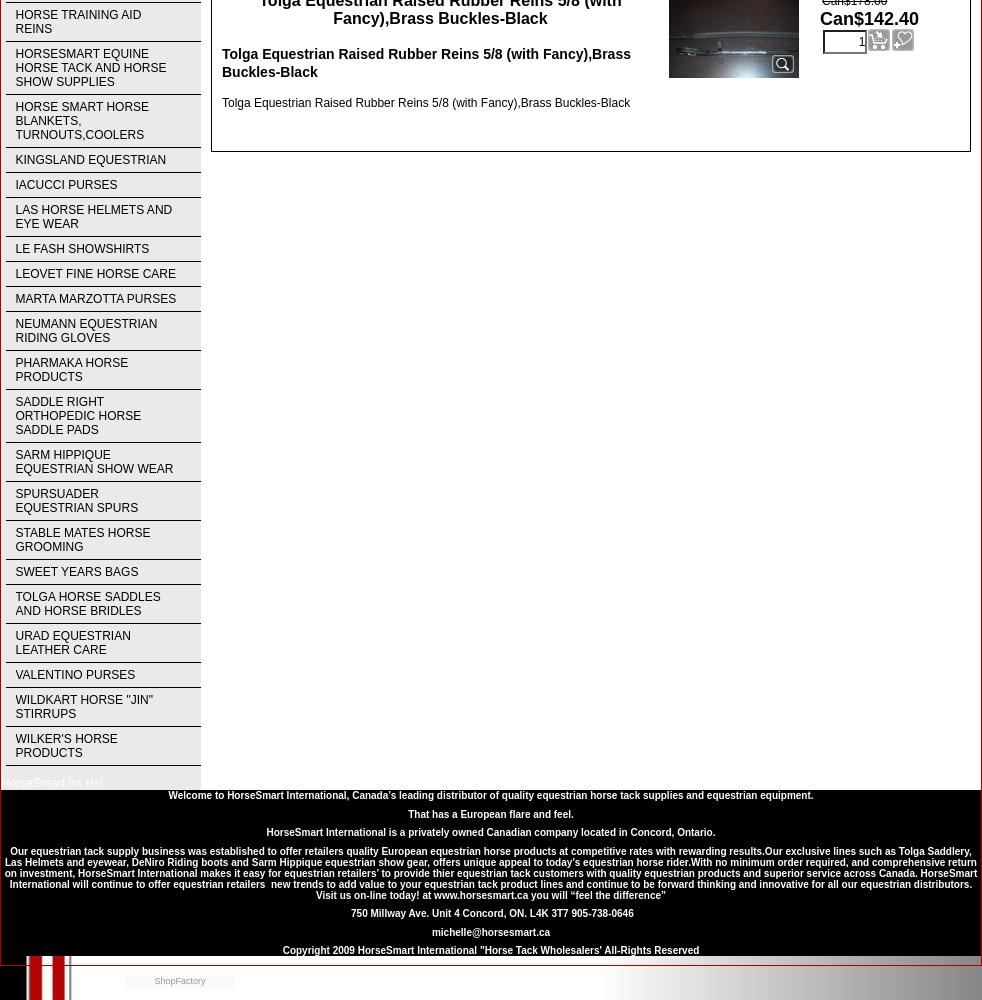  I want to click on 'LE FASH SHOWSHIRTS', so click(80, 248).